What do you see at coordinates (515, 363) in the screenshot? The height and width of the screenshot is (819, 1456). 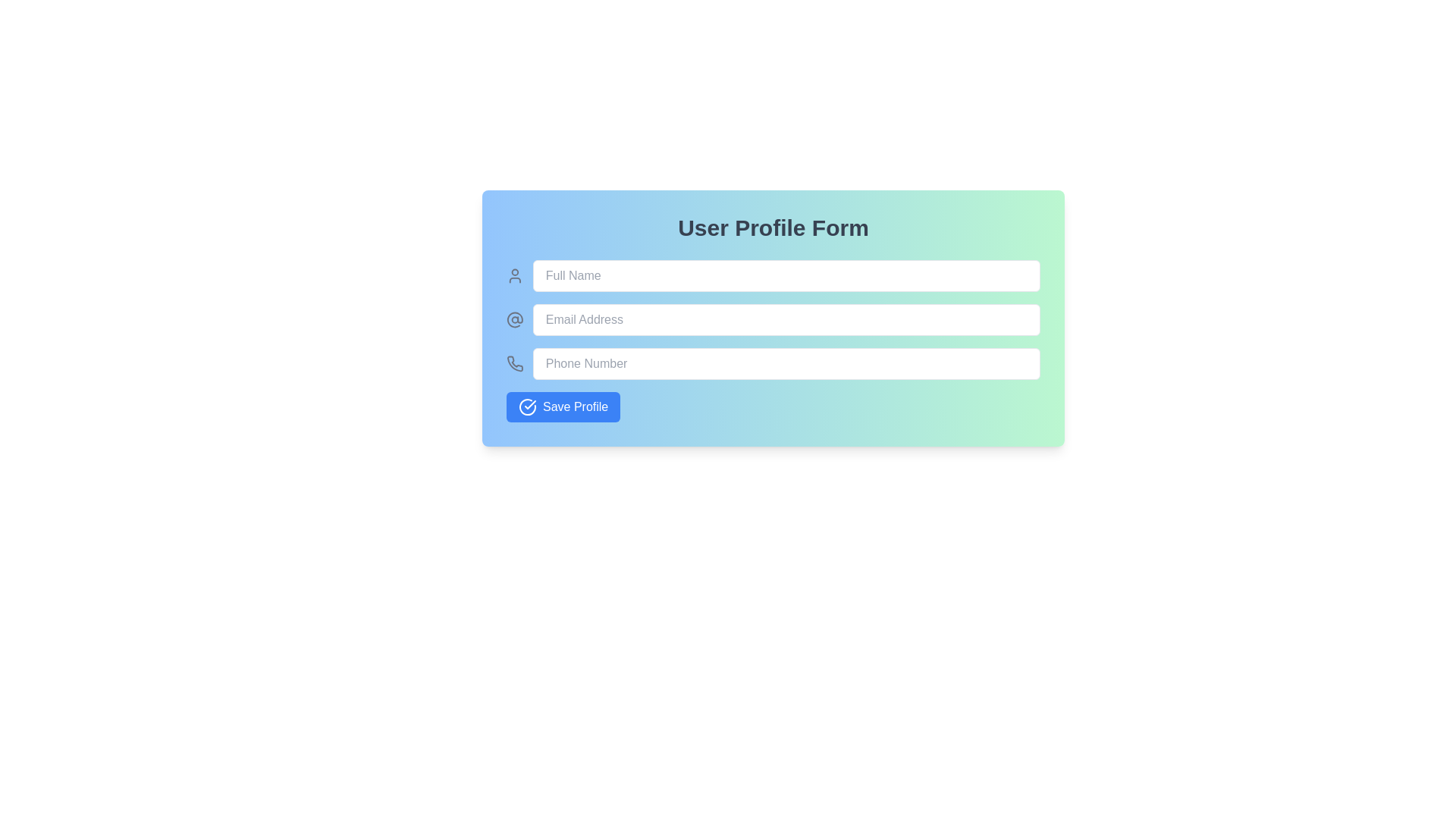 I see `the phone icon, which is a minimalistic gray telephone handset located to the left of the phone number input field` at bounding box center [515, 363].